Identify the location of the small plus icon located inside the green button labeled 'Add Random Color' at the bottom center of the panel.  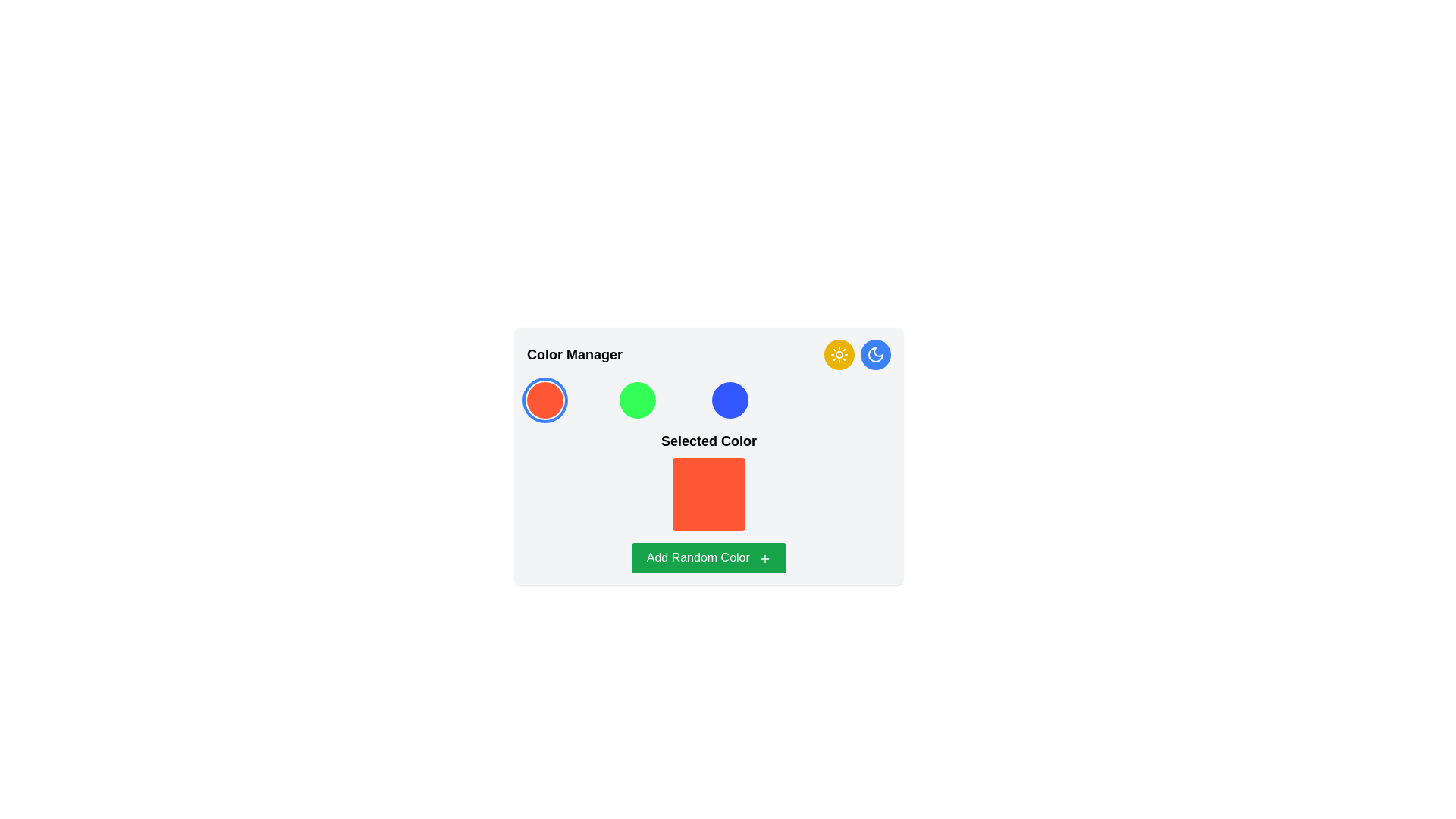
(765, 558).